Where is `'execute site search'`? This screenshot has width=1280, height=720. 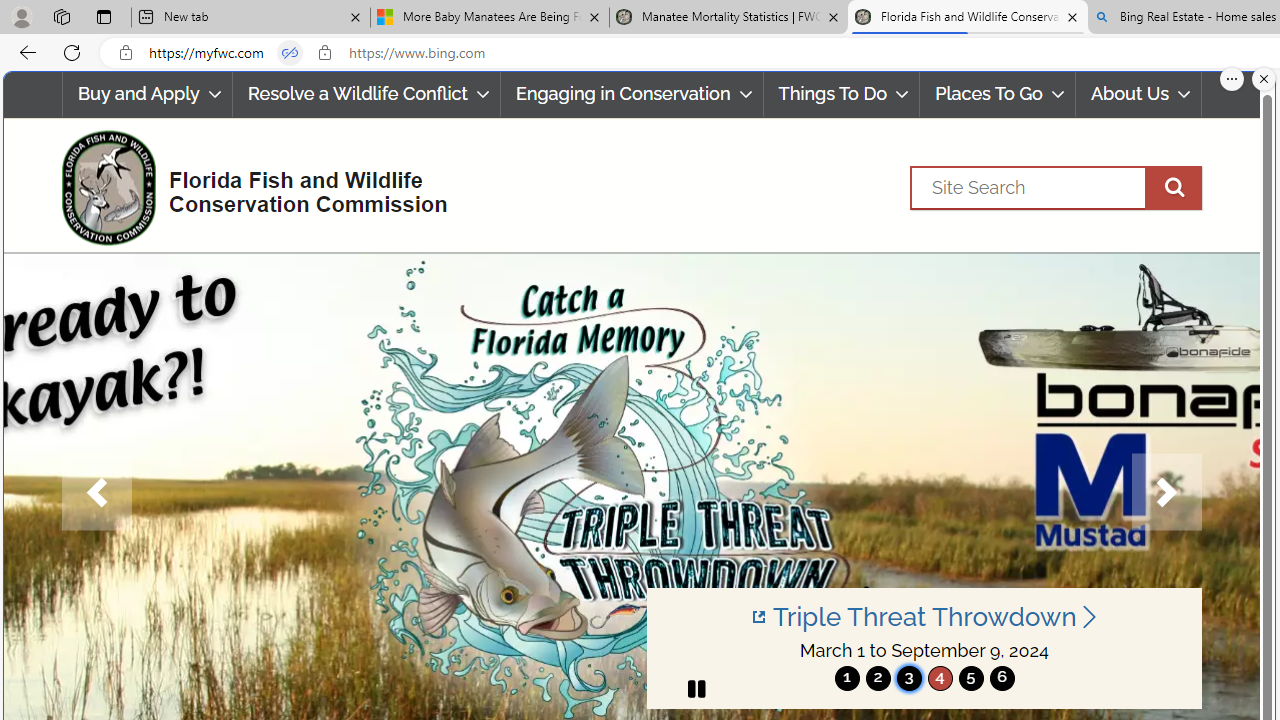 'execute site search' is located at coordinates (1173, 187).